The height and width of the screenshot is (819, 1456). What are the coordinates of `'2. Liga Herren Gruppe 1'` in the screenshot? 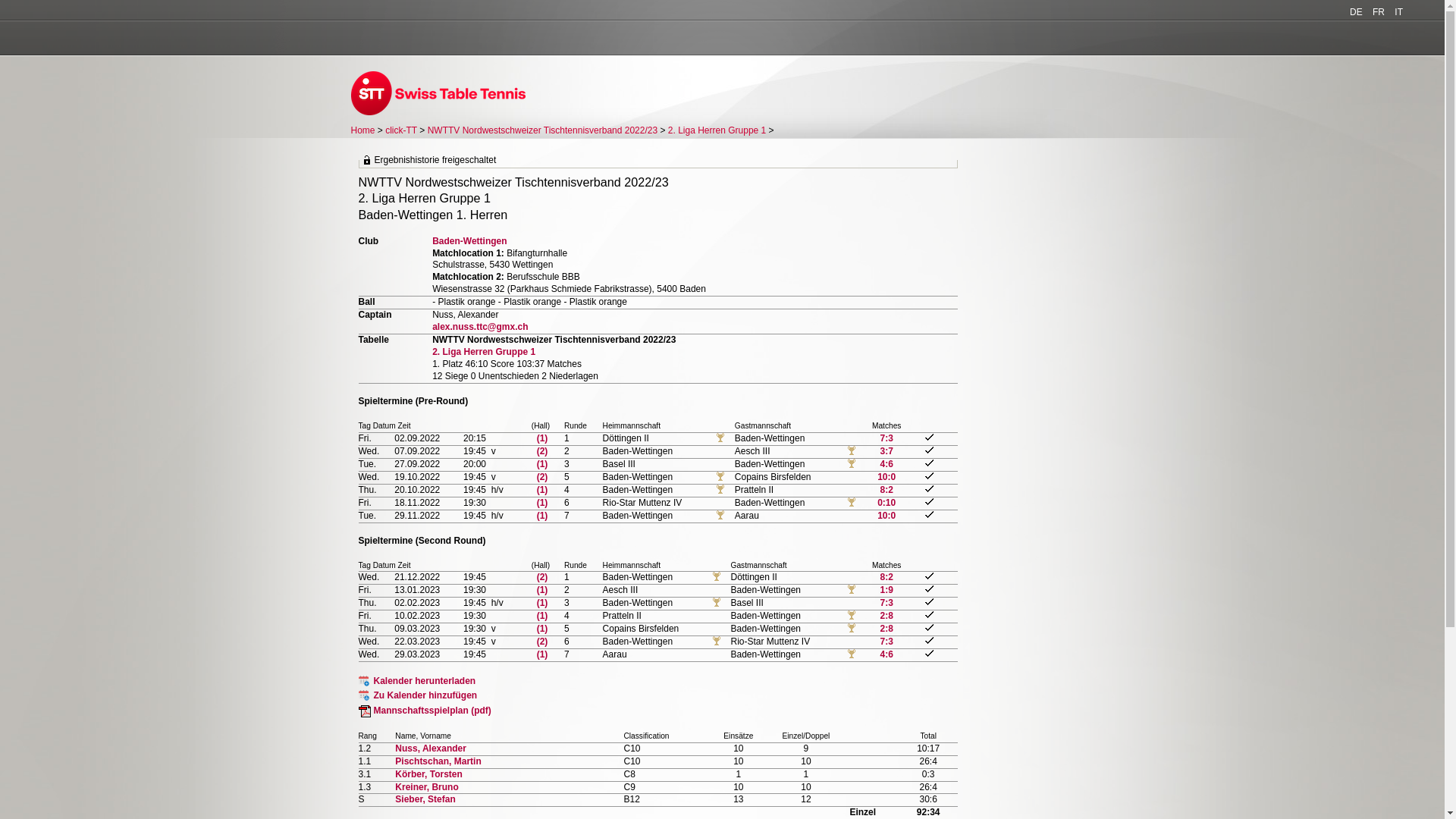 It's located at (716, 130).